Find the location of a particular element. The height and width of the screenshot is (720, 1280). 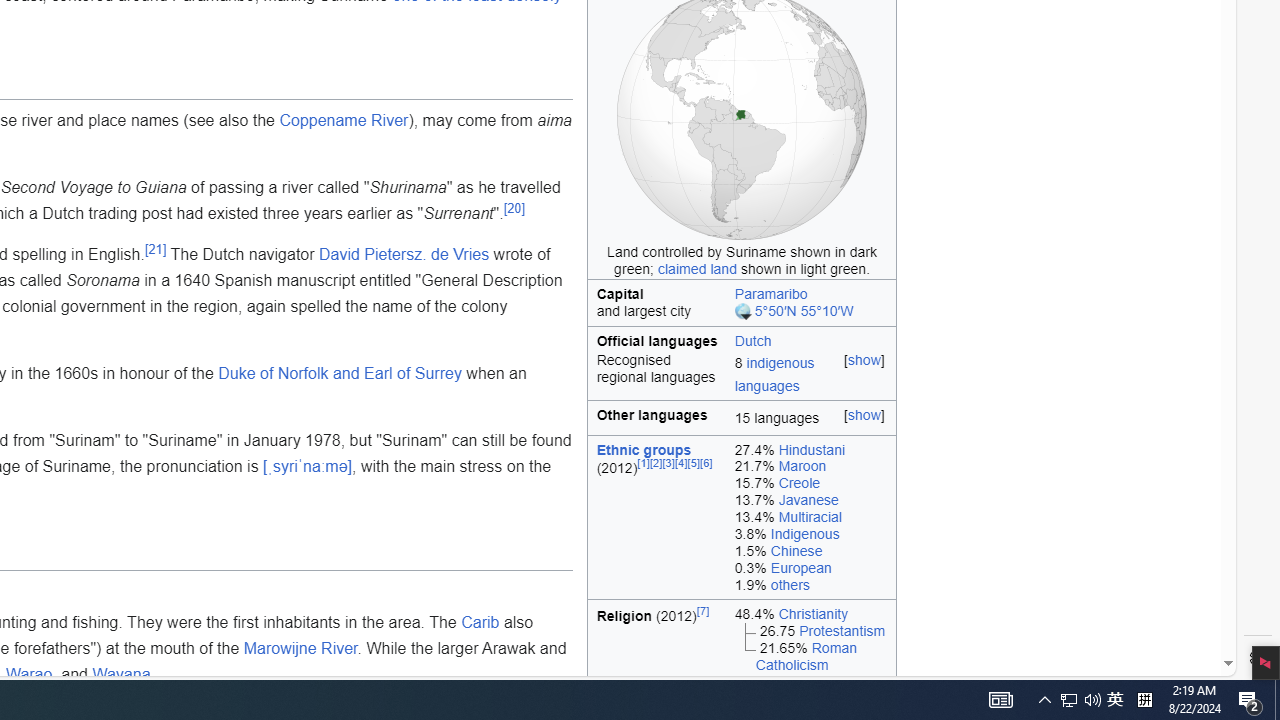

'European' is located at coordinates (801, 567).